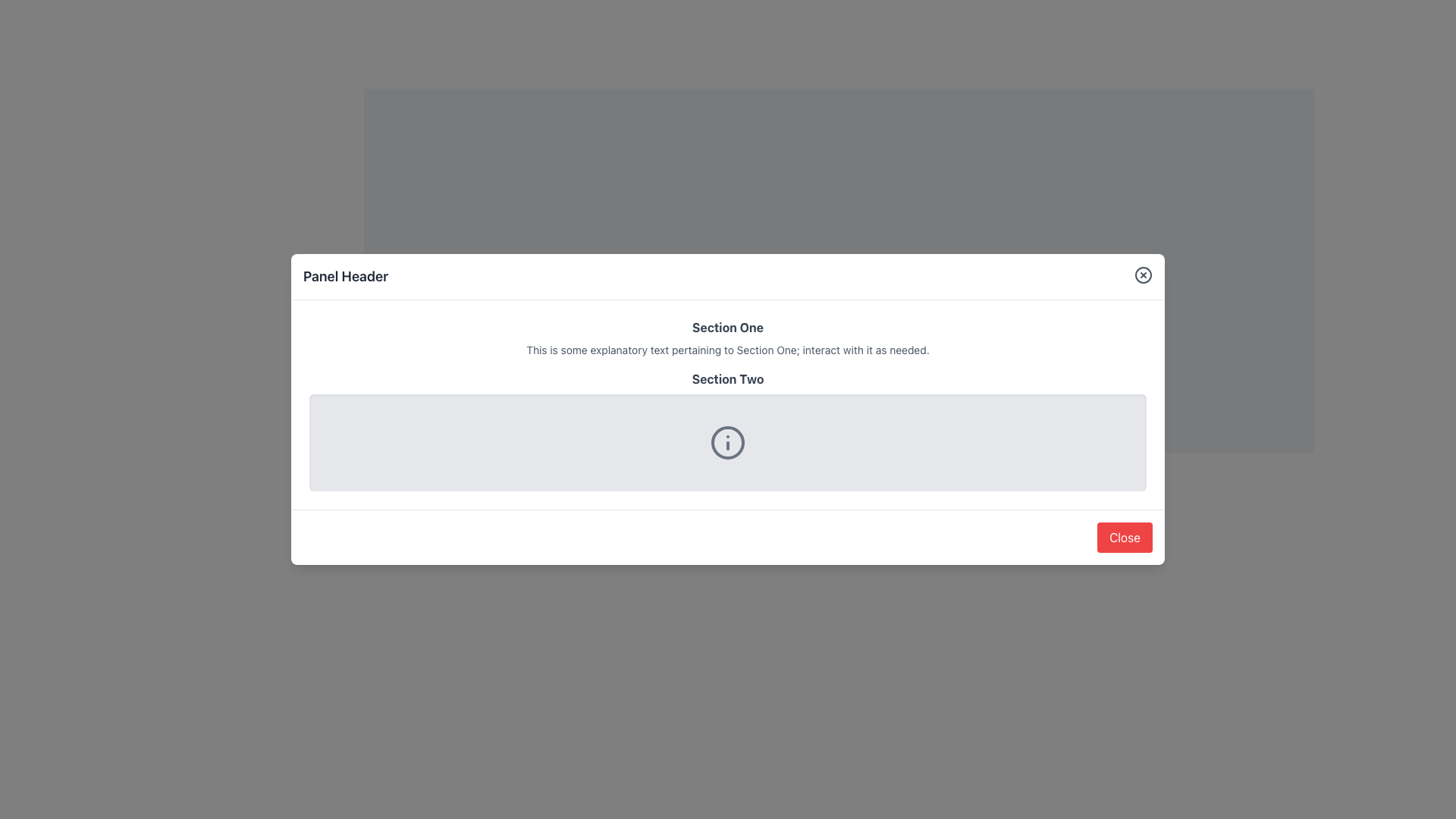  What do you see at coordinates (1125, 537) in the screenshot?
I see `the close button located at the bottom-right corner of the modal dialog to change its background color` at bounding box center [1125, 537].